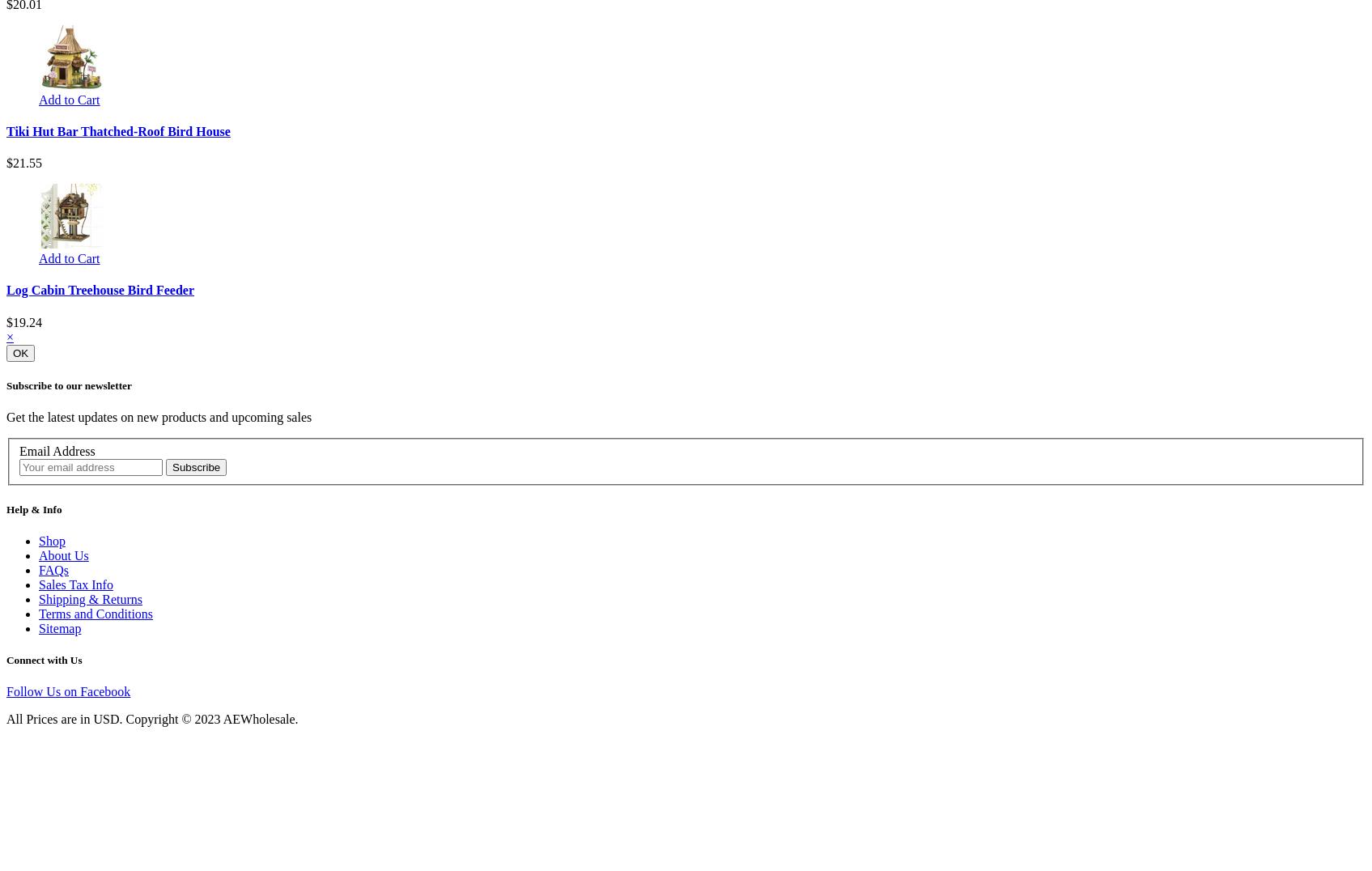 The image size is (1372, 871). What do you see at coordinates (20, 352) in the screenshot?
I see `'OK'` at bounding box center [20, 352].